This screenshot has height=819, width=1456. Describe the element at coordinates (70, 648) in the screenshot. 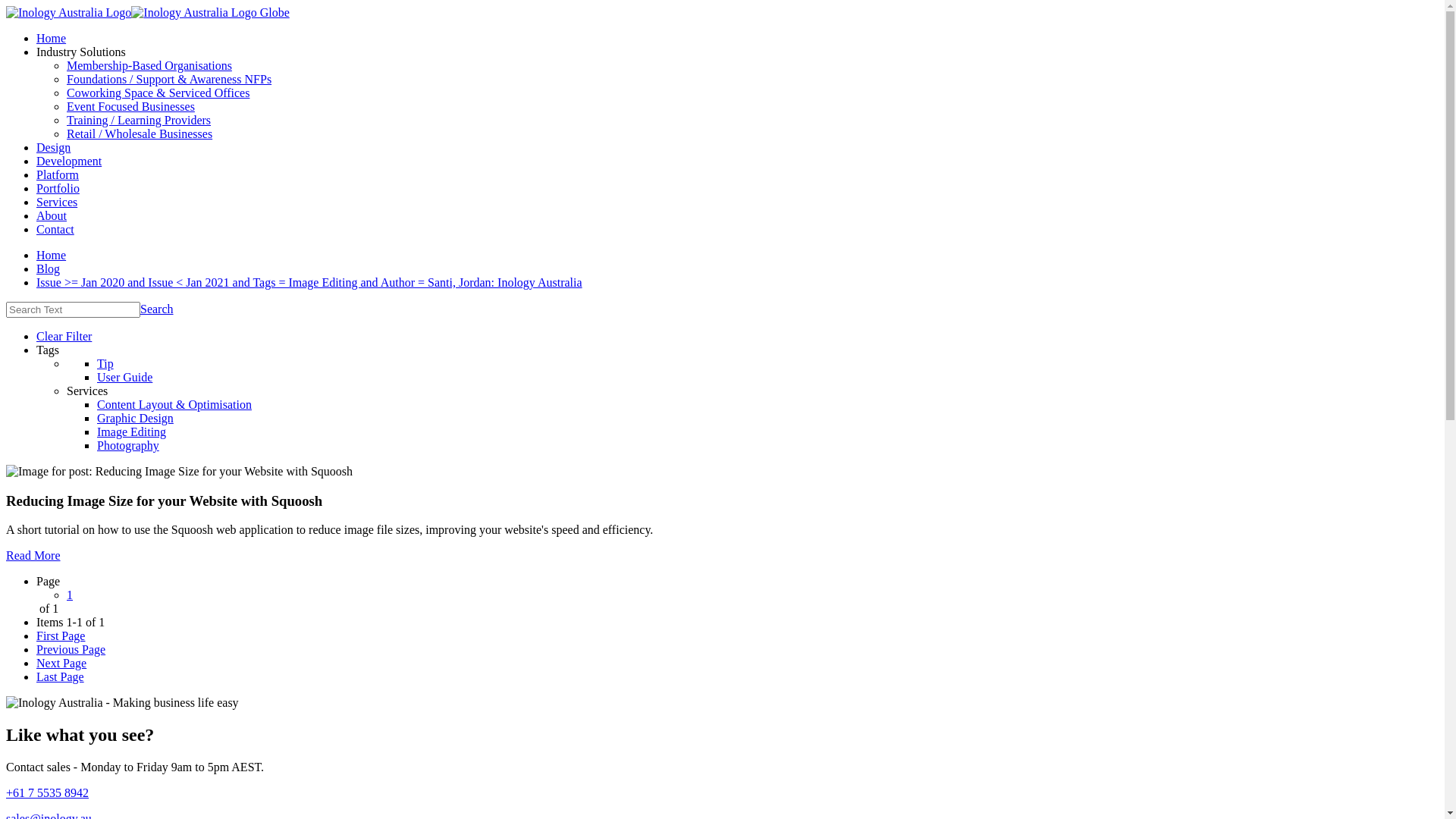

I see `'Previous Page'` at that location.